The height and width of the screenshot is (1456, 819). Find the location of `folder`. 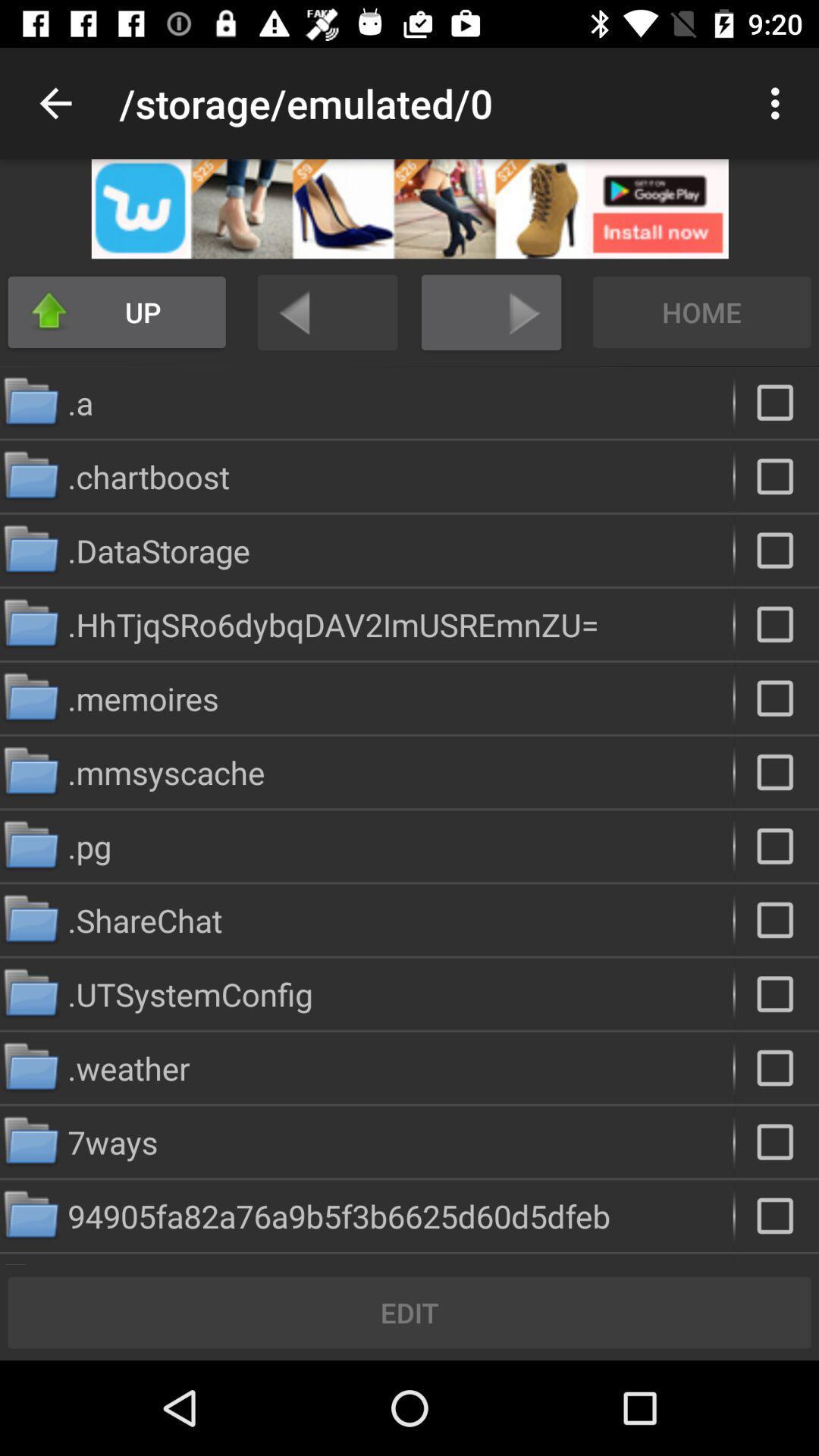

folder is located at coordinates (777, 919).